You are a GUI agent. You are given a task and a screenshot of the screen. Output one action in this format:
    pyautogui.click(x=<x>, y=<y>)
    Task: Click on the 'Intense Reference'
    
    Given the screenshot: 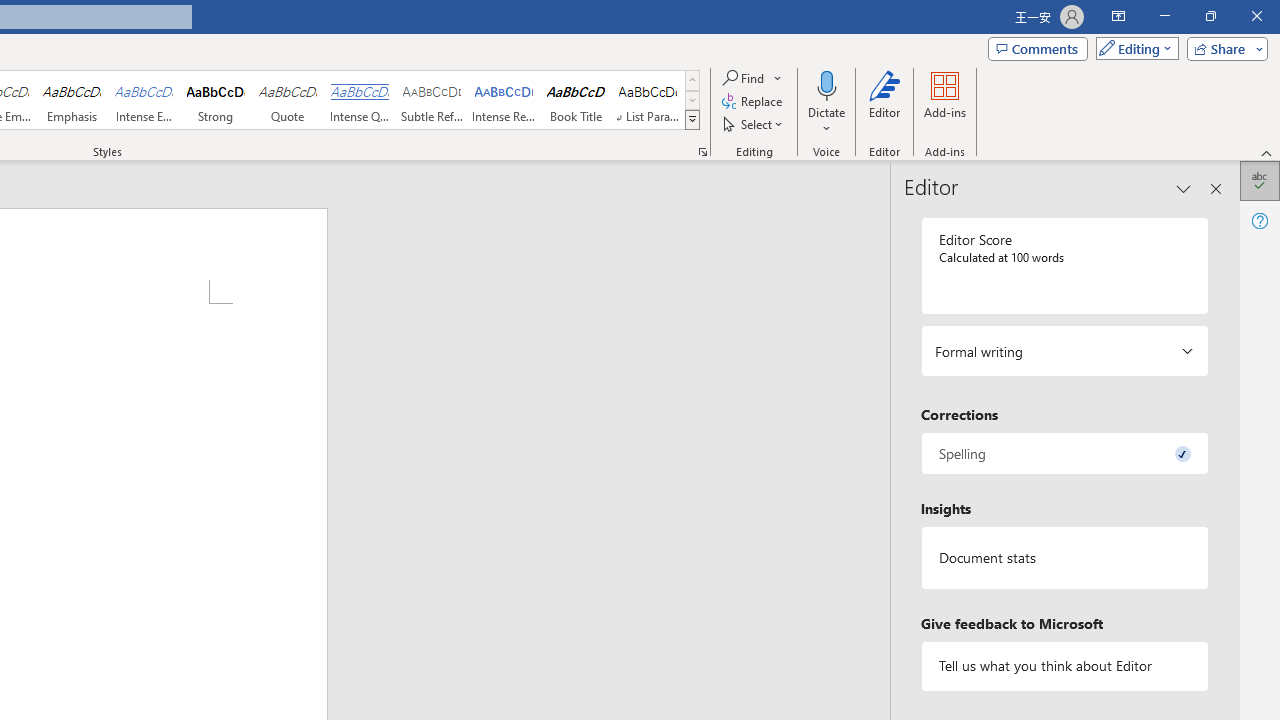 What is the action you would take?
    pyautogui.click(x=504, y=100)
    